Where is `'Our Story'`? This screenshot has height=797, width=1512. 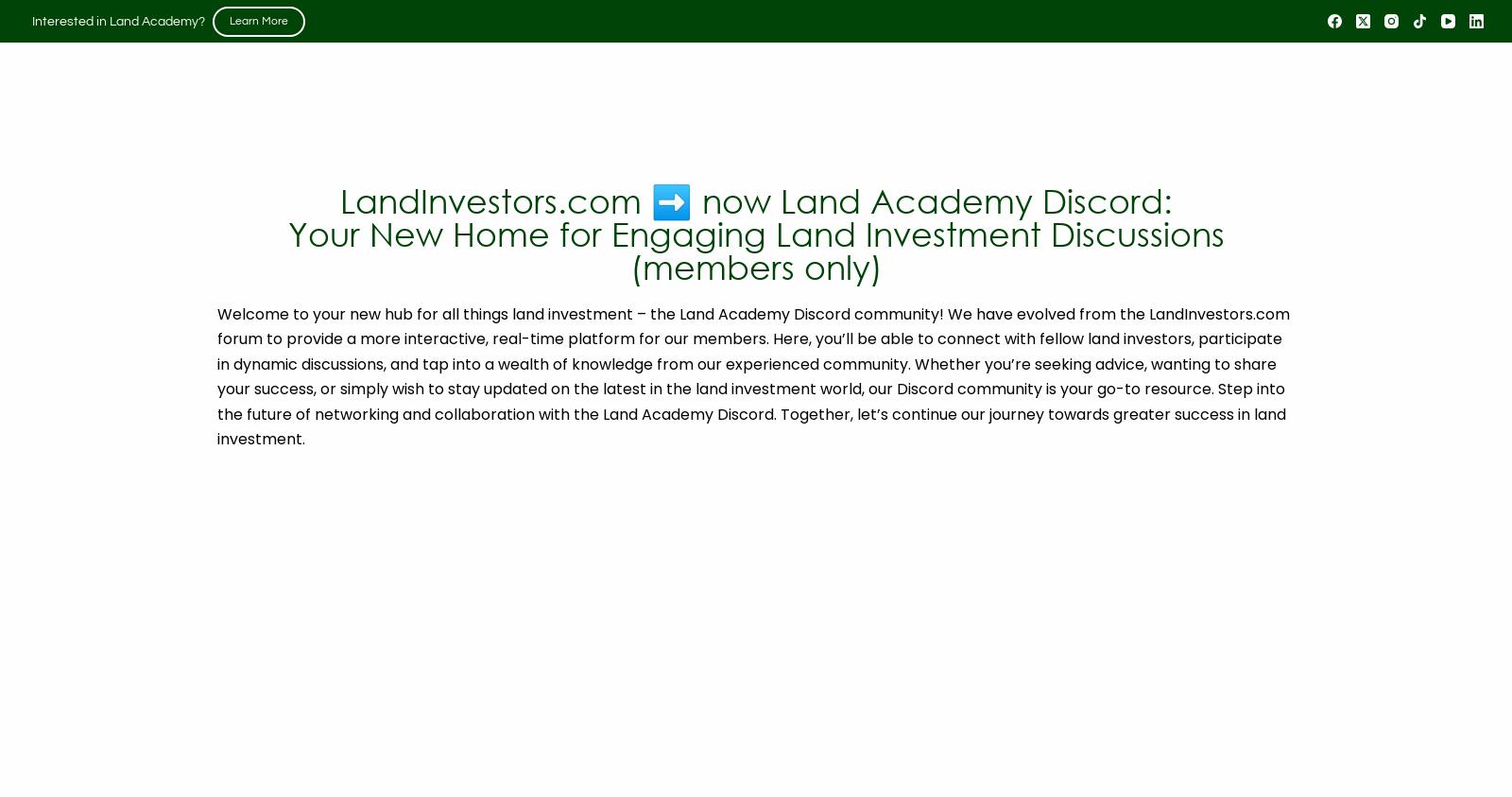
'Our Story' is located at coordinates (415, 132).